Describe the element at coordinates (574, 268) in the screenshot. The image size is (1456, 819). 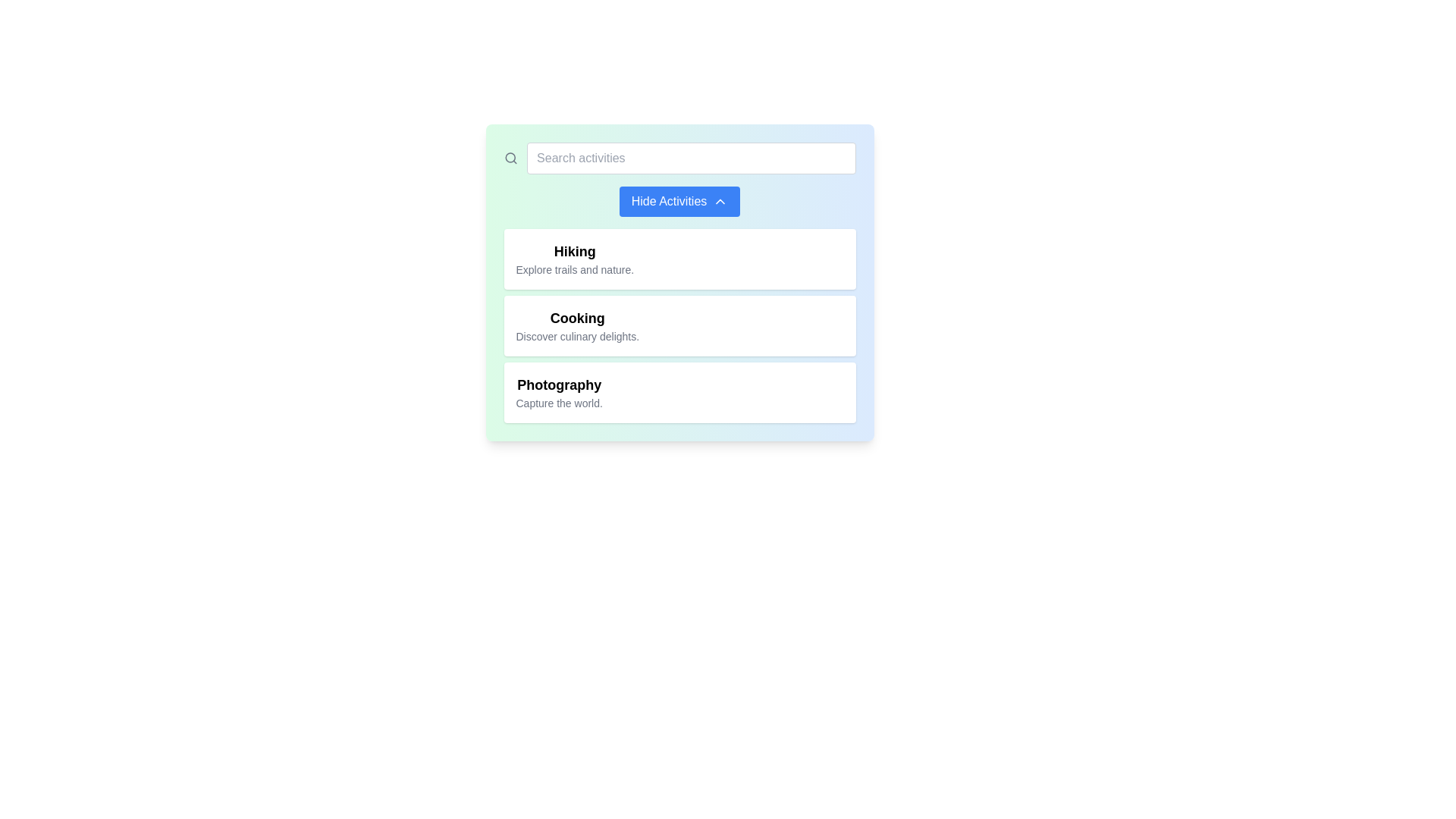
I see `description text snippet 'Explore trails and nature.' located below the bold title 'Hiking'` at that location.